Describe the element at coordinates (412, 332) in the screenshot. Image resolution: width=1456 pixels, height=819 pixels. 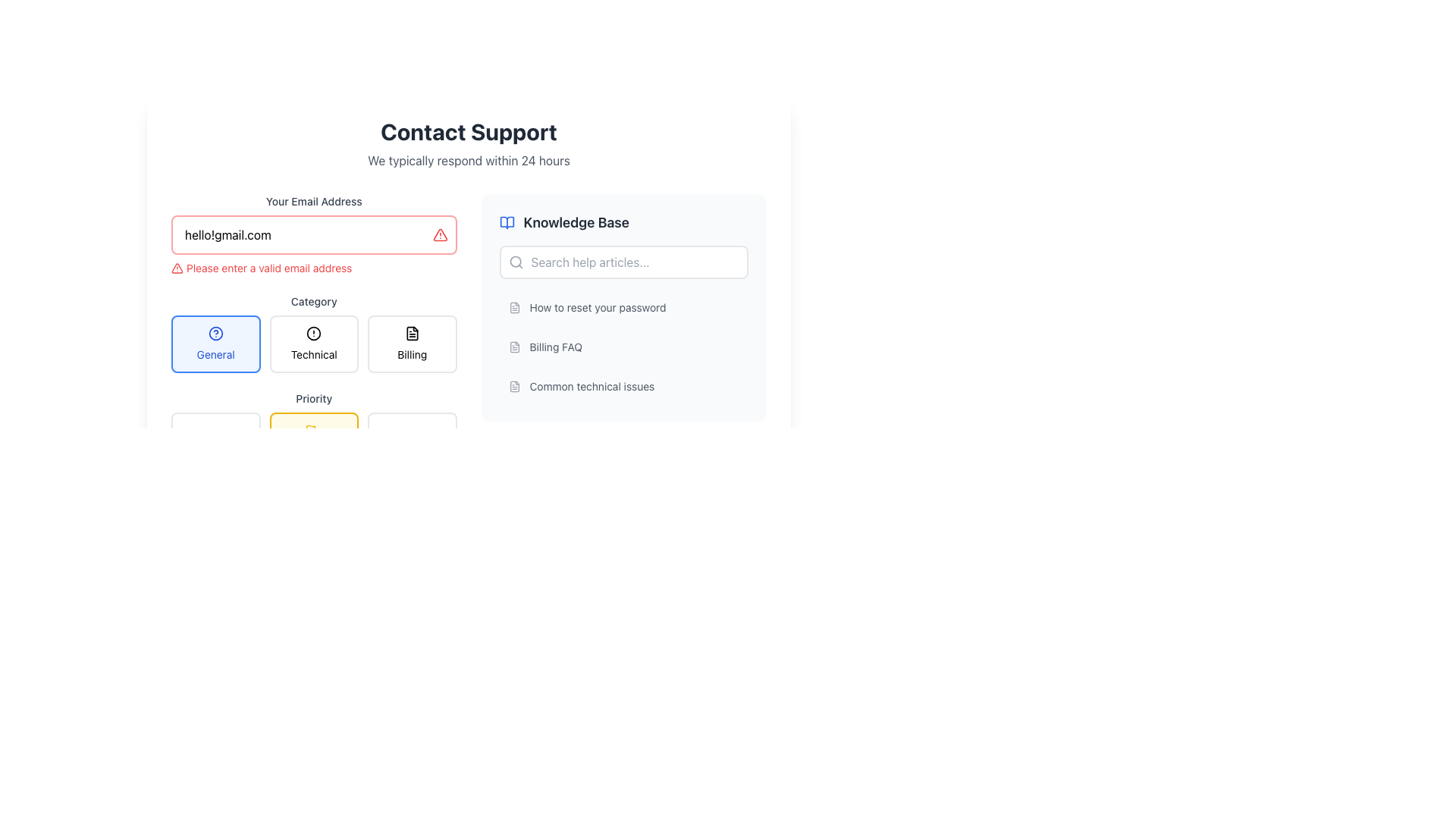
I see `the document icon, which is styled with lines representing text and a folded corner, located inside the 'Billing' button in the third position among the category buttons` at that location.